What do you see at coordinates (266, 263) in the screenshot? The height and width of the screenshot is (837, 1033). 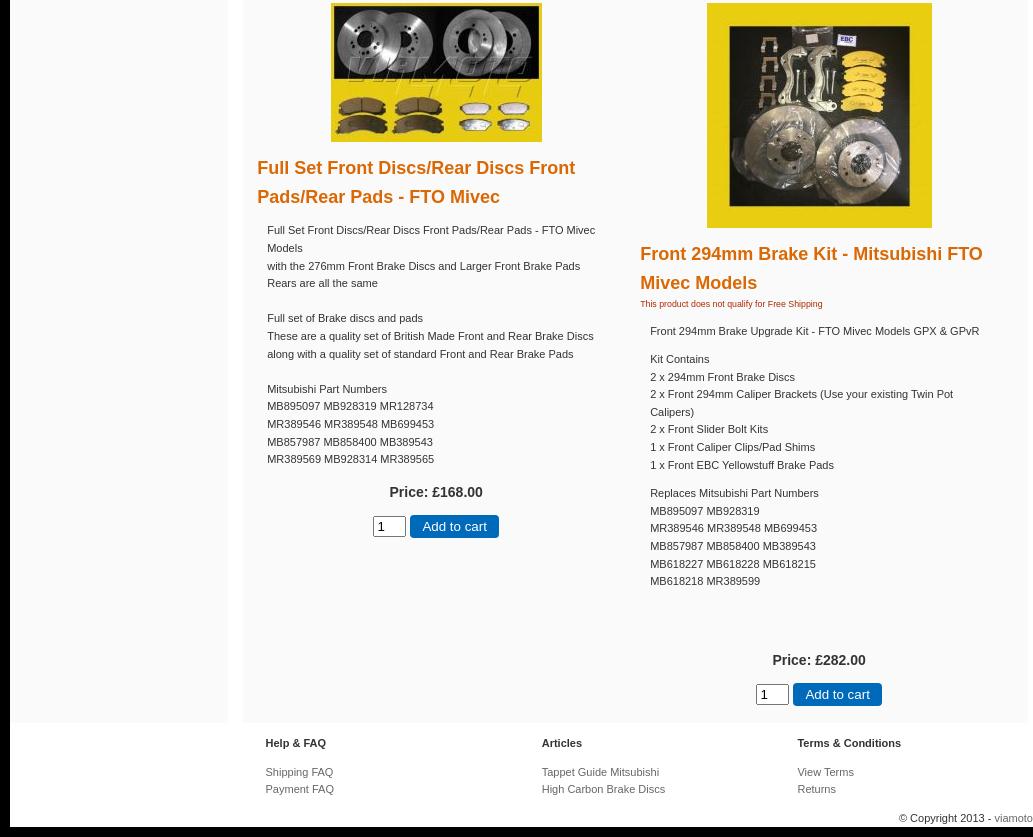 I see `'with the 276mm Front Brake Discs and Larger Front Brake Pads'` at bounding box center [266, 263].